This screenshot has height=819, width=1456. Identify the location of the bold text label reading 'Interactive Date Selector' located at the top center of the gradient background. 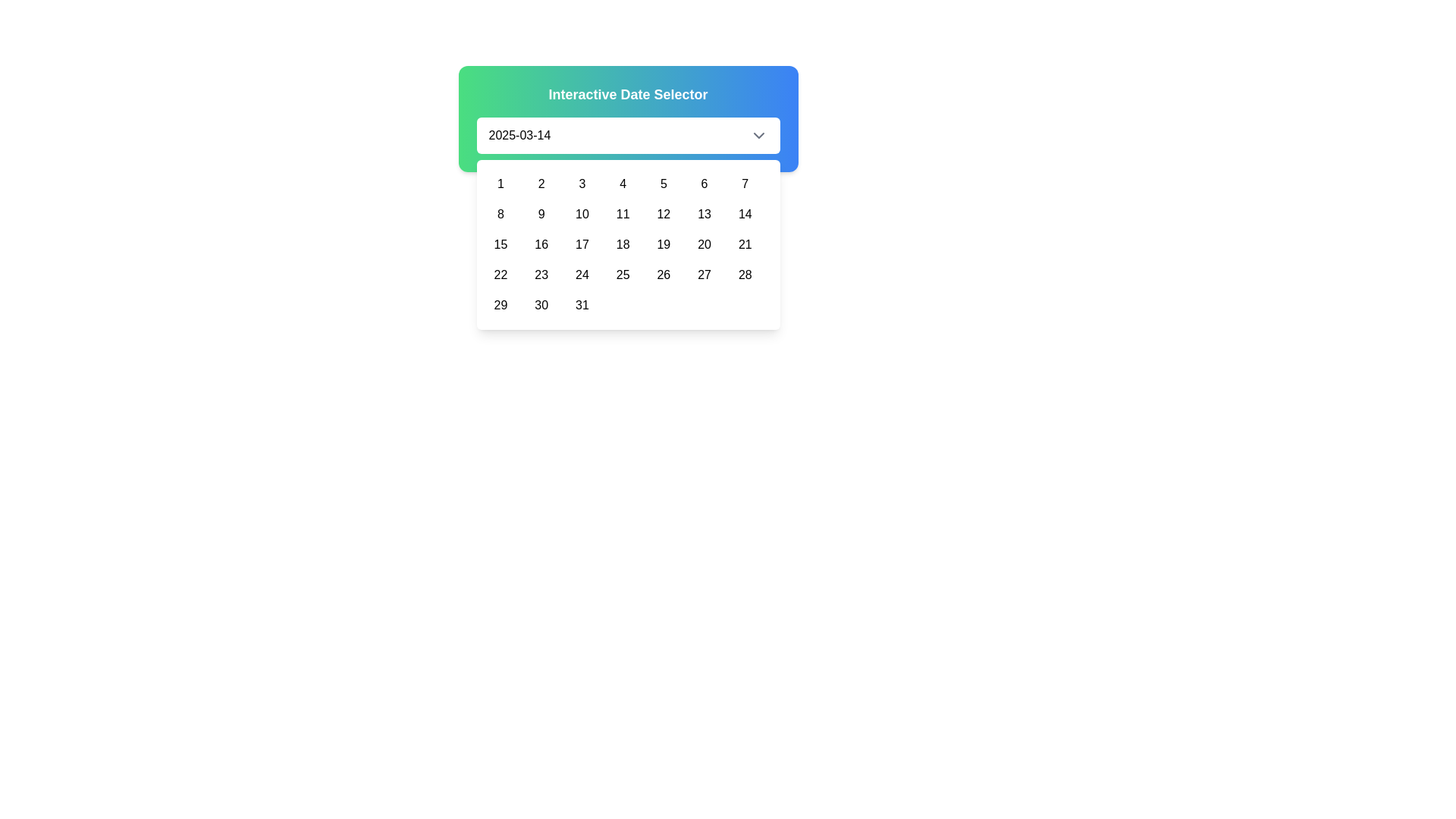
(628, 94).